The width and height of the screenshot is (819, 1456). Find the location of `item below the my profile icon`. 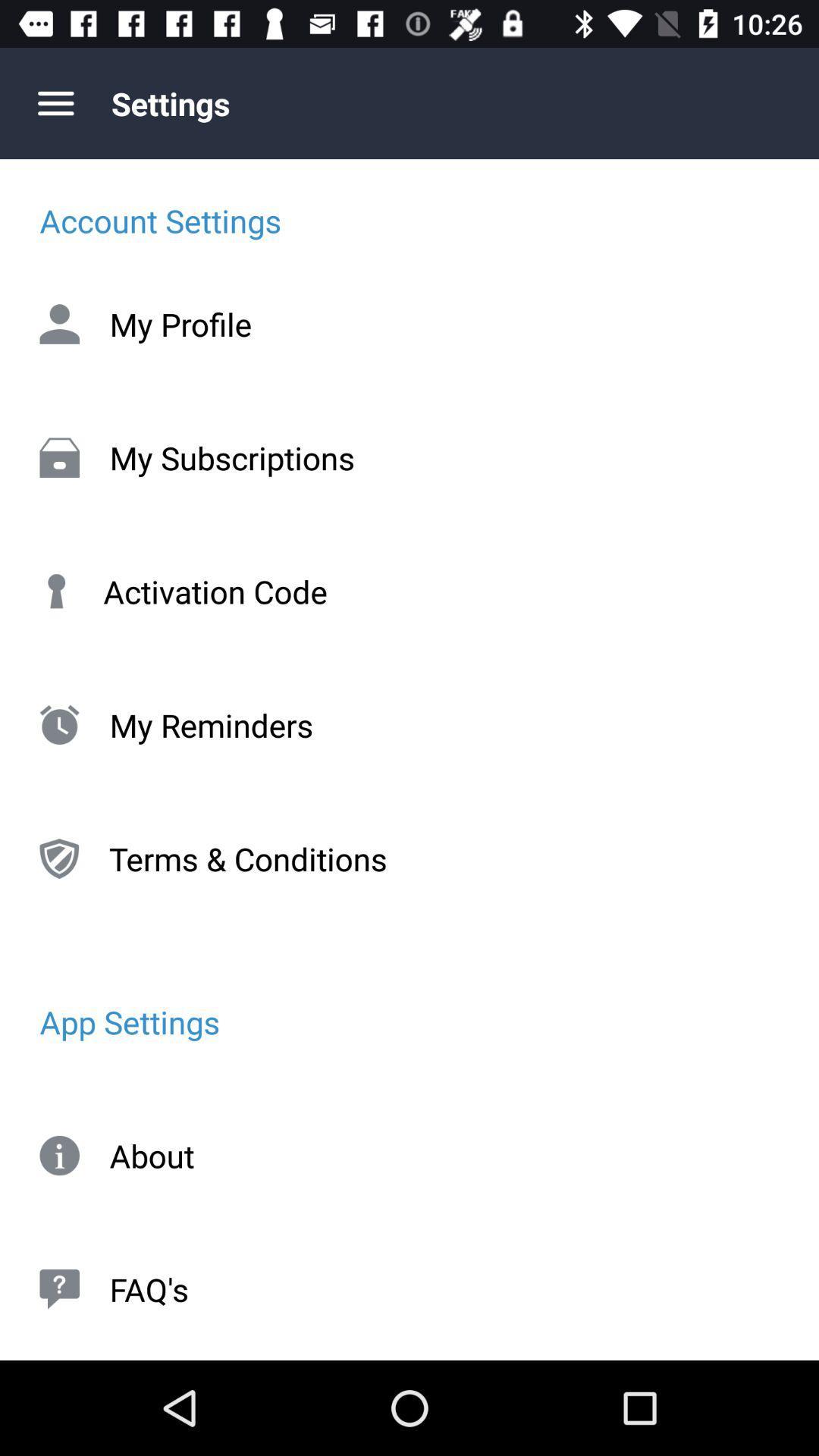

item below the my profile icon is located at coordinates (409, 457).